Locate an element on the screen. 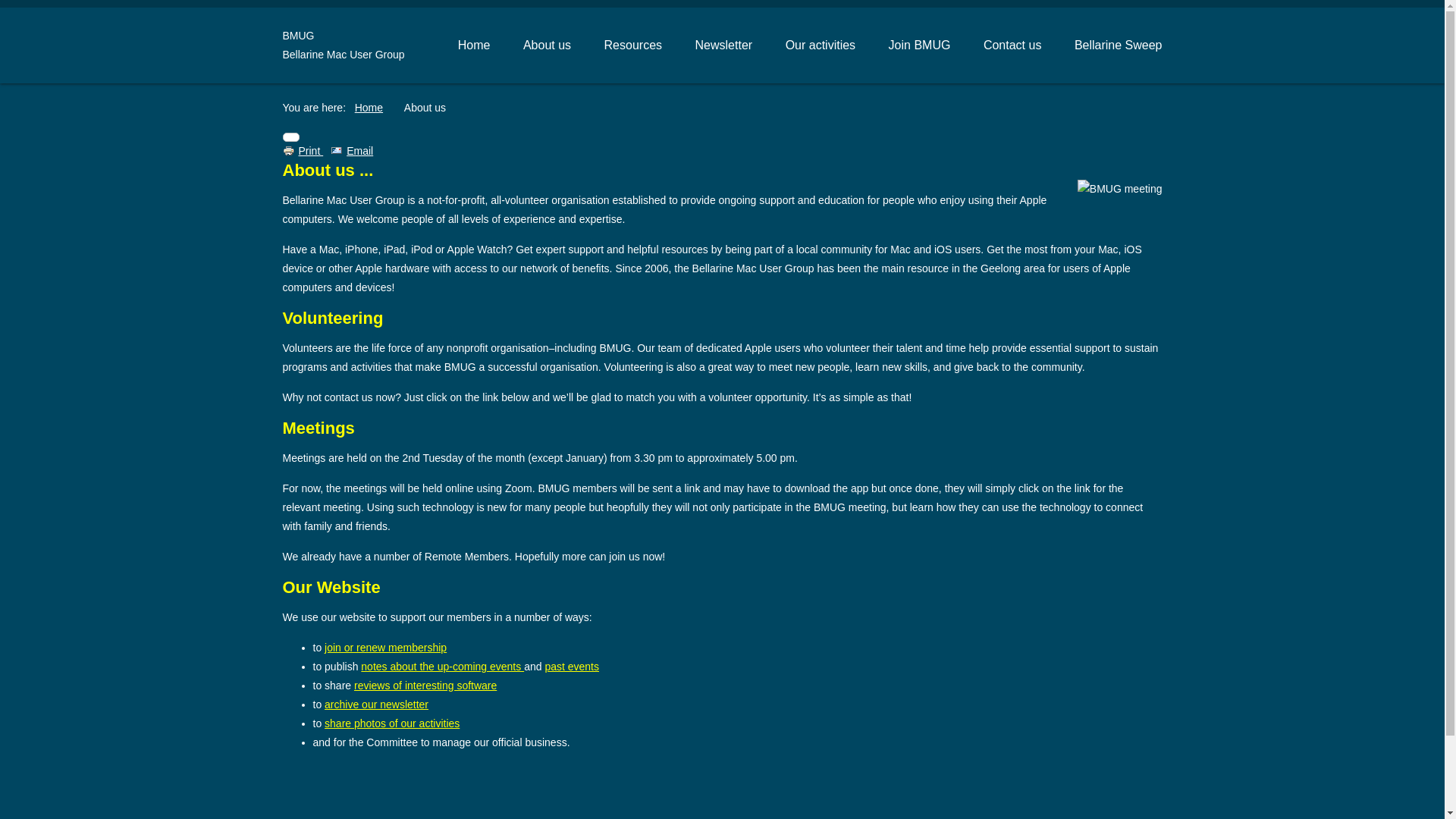 This screenshot has height=819, width=1456. 'join or renew membership' is located at coordinates (385, 647).